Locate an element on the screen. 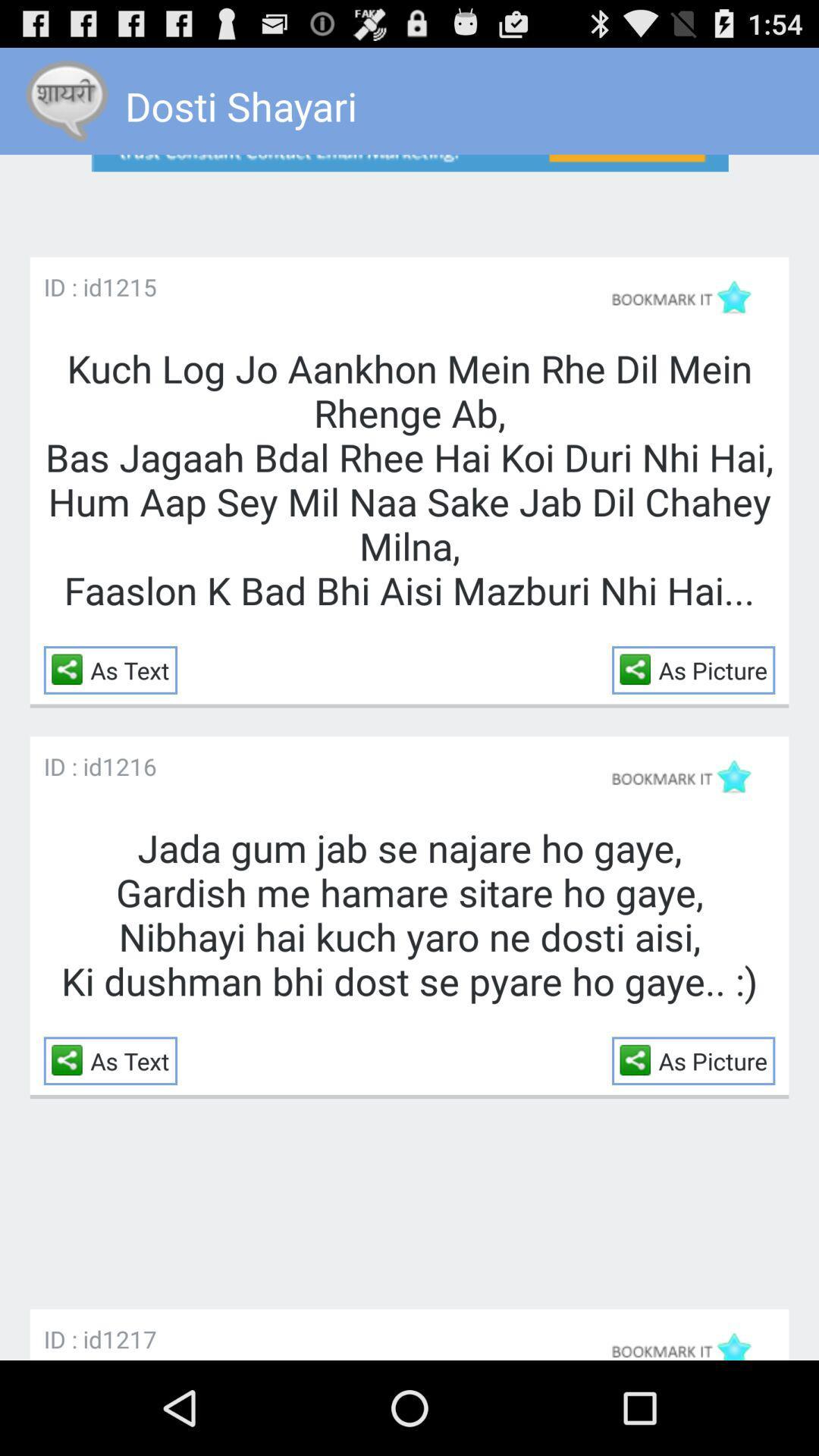 Image resolution: width=819 pixels, height=1456 pixels. bookmark this post is located at coordinates (688, 297).